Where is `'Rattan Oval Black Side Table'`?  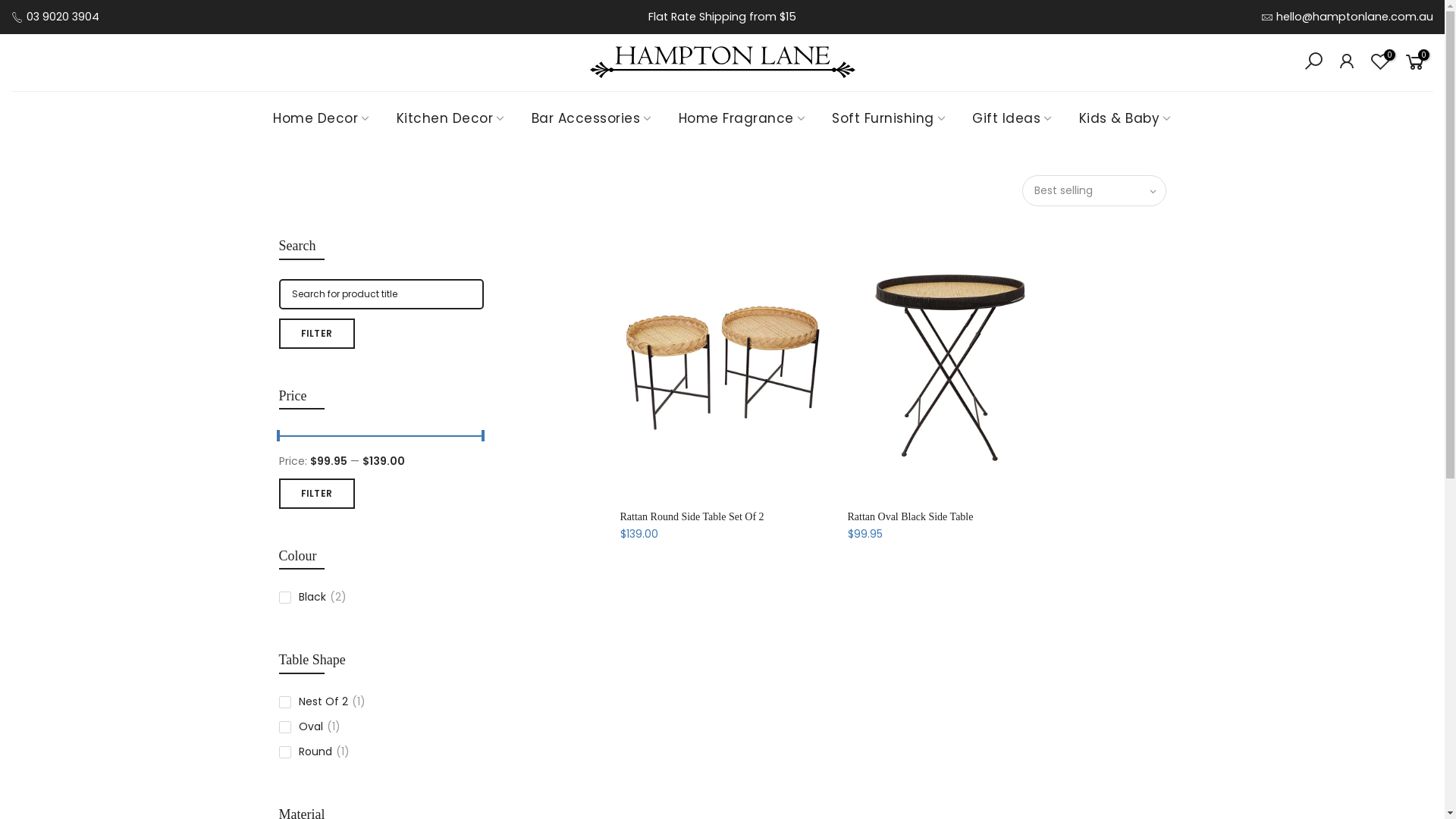 'Rattan Oval Black Side Table' is located at coordinates (910, 516).